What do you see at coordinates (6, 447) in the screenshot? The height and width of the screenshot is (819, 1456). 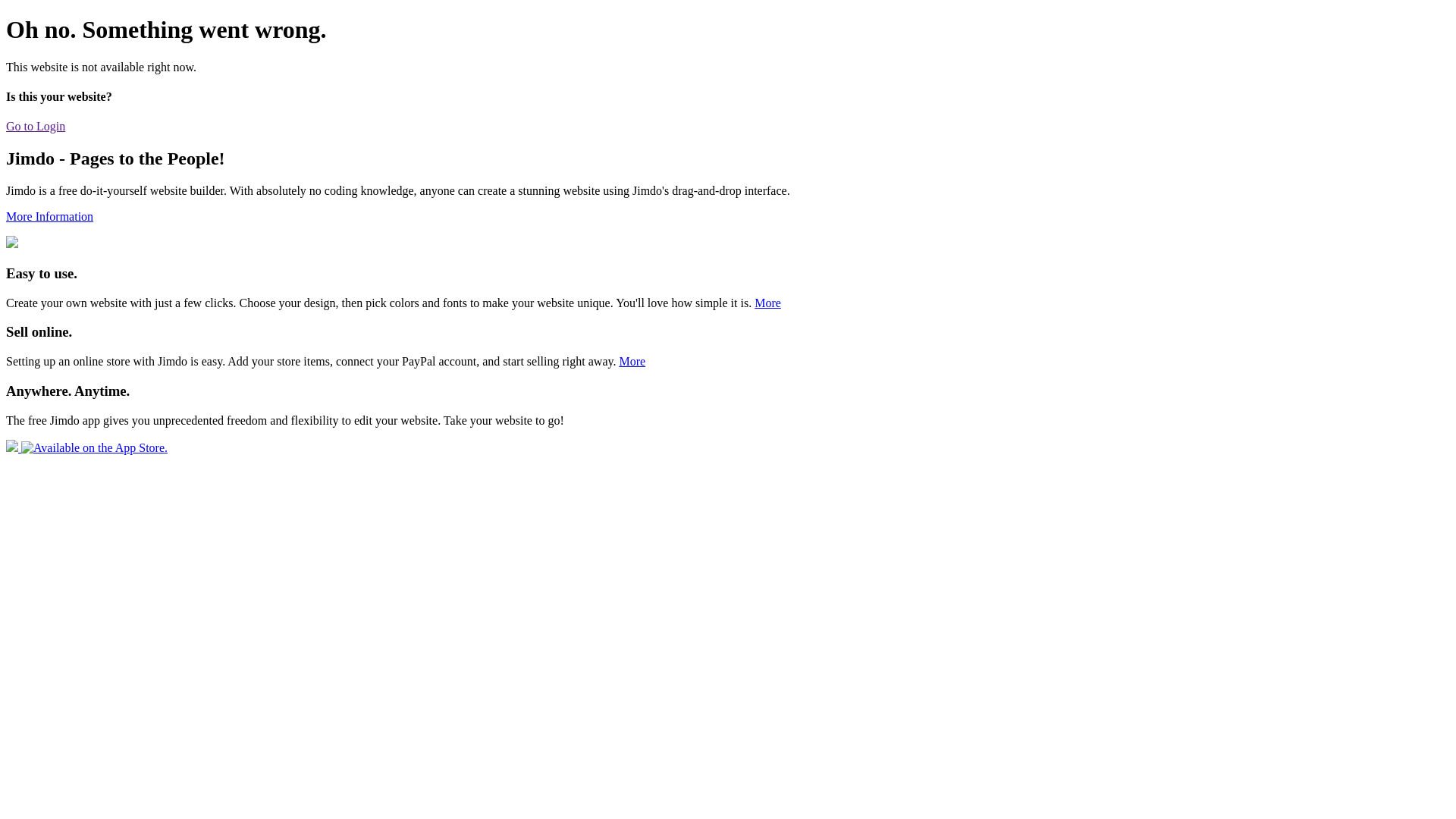 I see `'Available on the App Store.'` at bounding box center [6, 447].